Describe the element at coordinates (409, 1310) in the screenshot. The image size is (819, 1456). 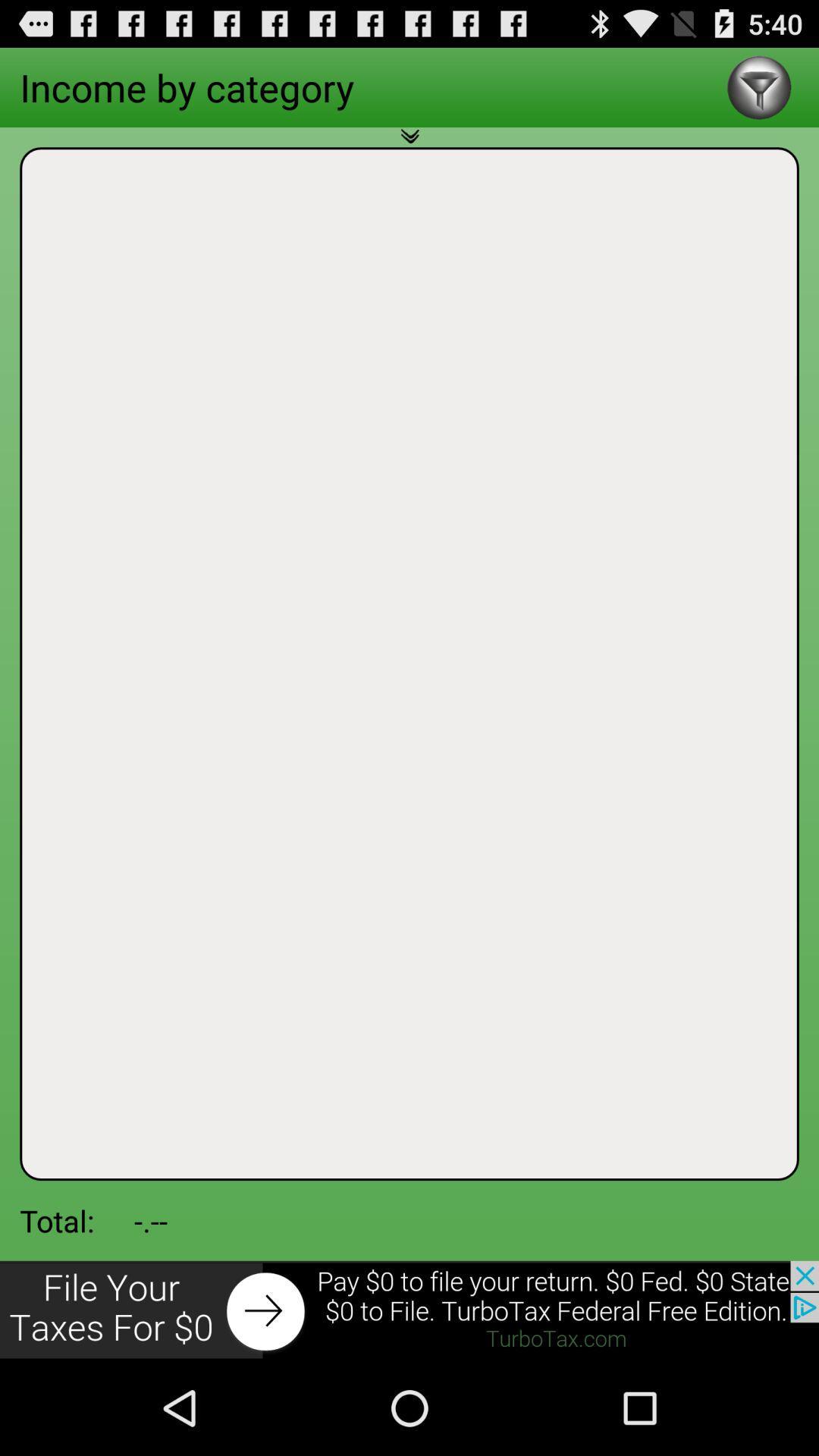
I see `click the advertisement at bottom` at that location.